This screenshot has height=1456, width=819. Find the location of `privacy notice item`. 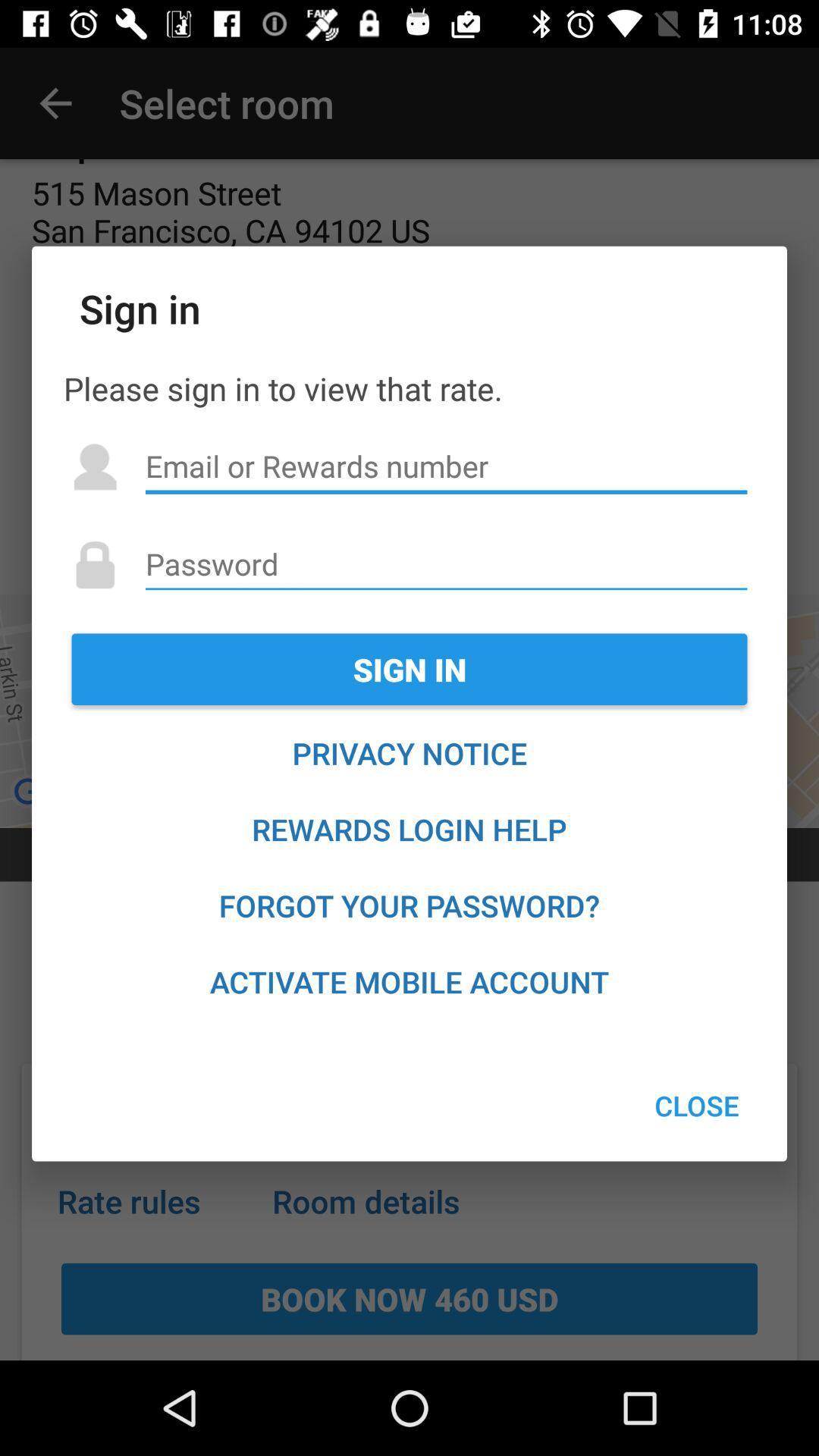

privacy notice item is located at coordinates (409, 753).